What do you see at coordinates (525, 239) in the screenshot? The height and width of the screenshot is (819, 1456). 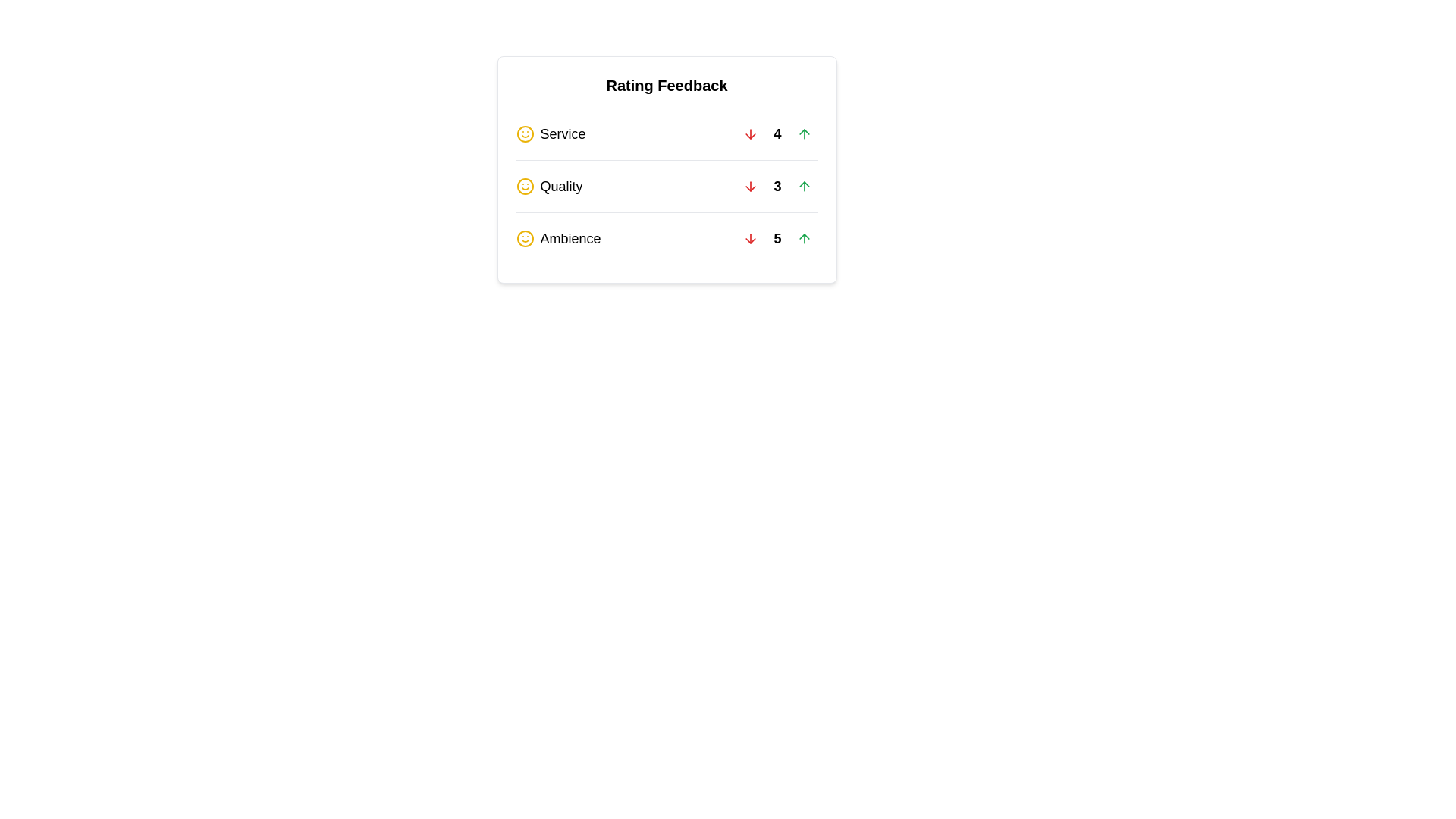 I see `the yellow smiley face icon representing positive sentiment, located in the third row of the 'Rating Feedback' list, to the left of 'Ambience'` at bounding box center [525, 239].